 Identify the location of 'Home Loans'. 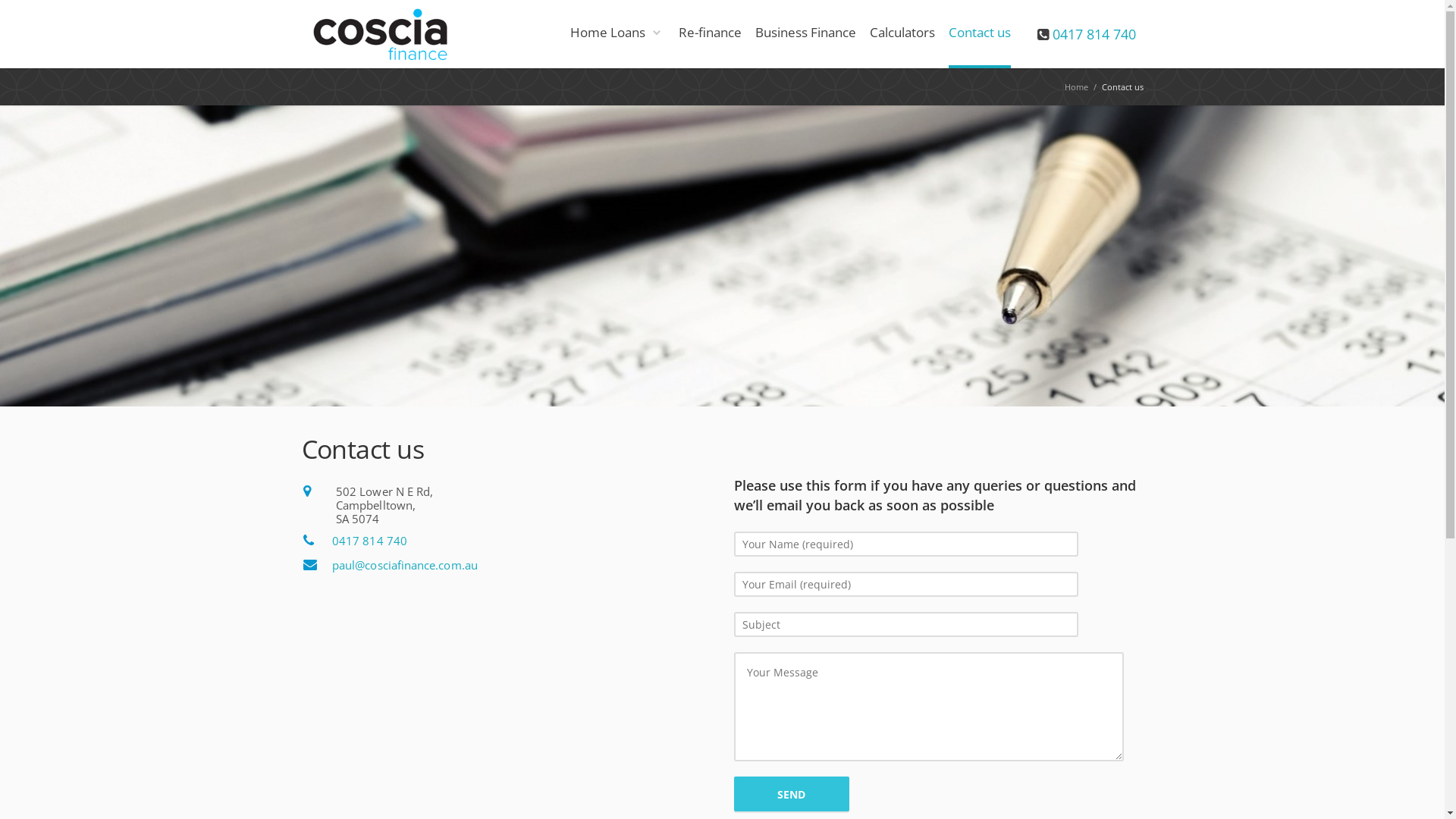
(615, 34).